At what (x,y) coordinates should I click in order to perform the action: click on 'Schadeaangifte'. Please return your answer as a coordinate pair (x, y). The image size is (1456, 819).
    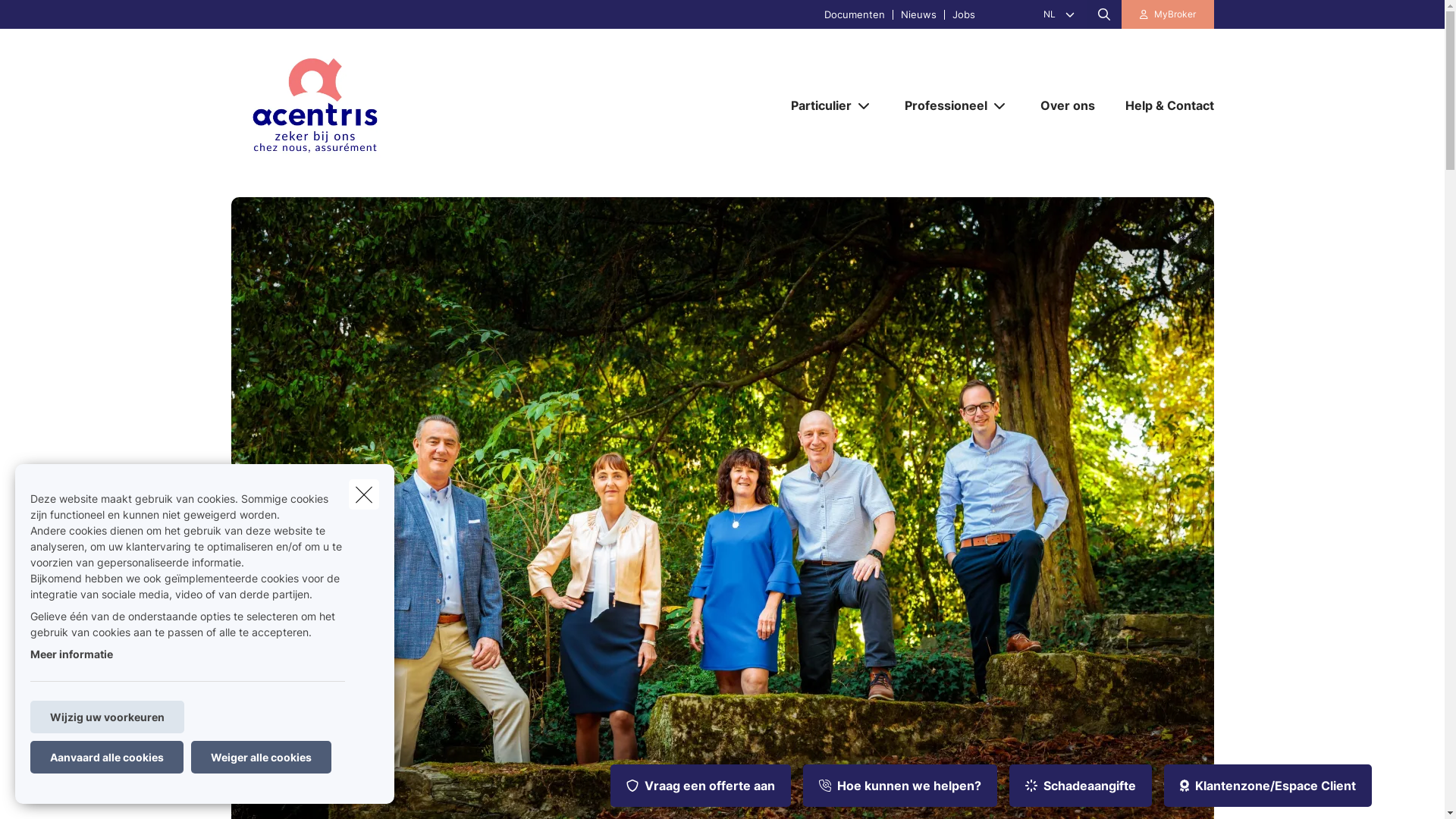
    Looking at the image, I should click on (1080, 785).